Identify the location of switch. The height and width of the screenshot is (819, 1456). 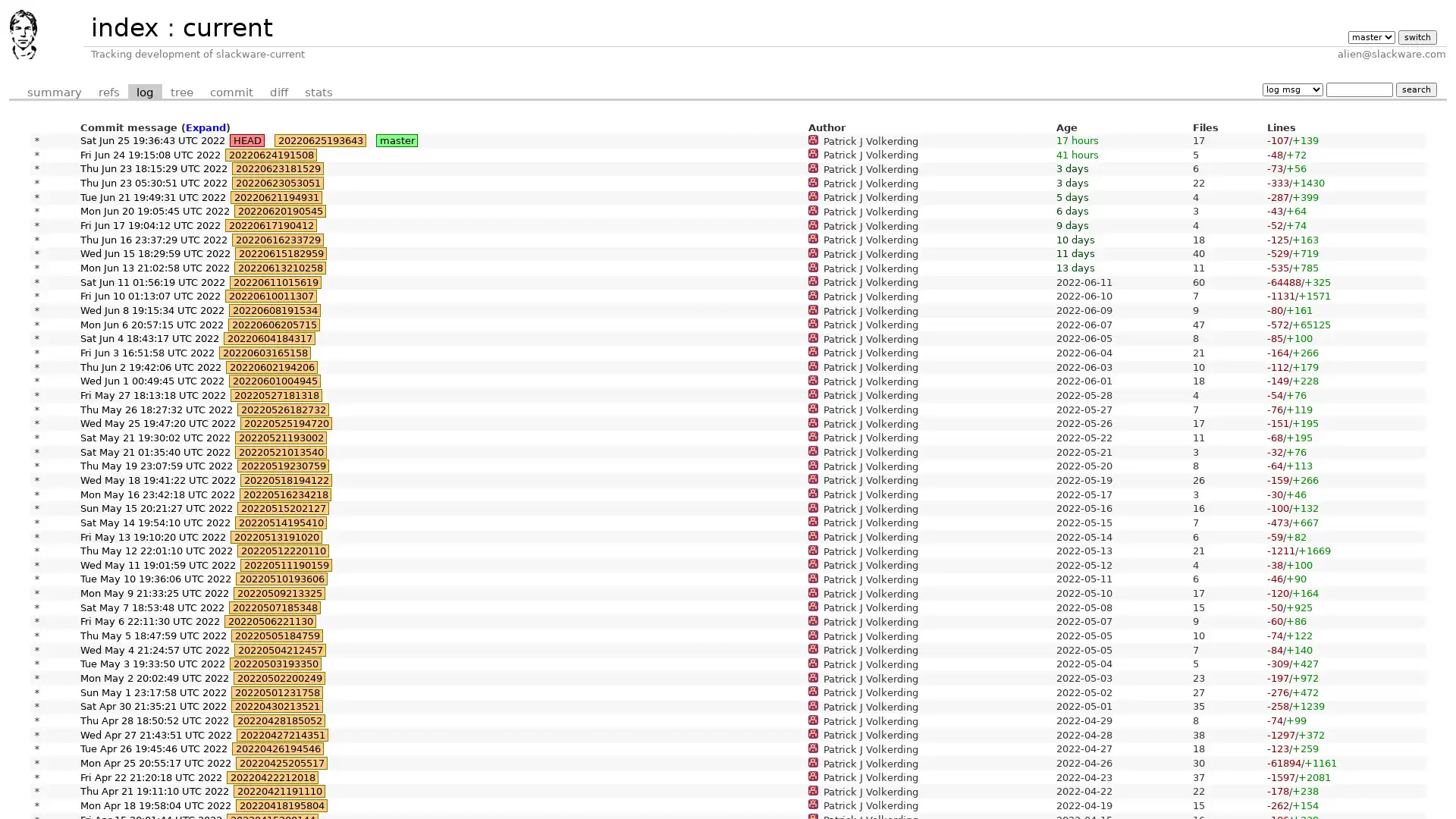
(1416, 36).